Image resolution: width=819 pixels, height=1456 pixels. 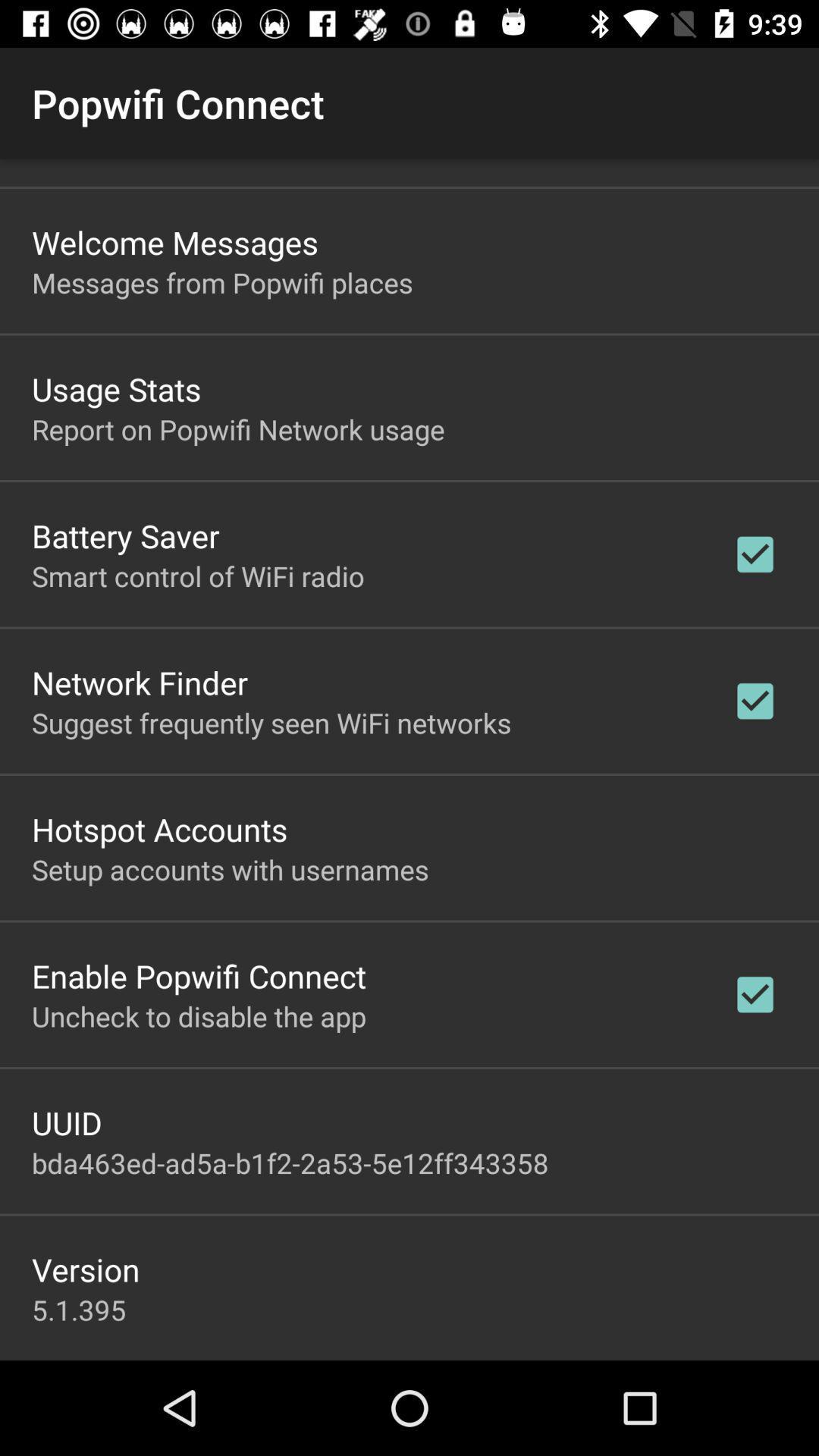 I want to click on item below smart control of icon, so click(x=140, y=682).